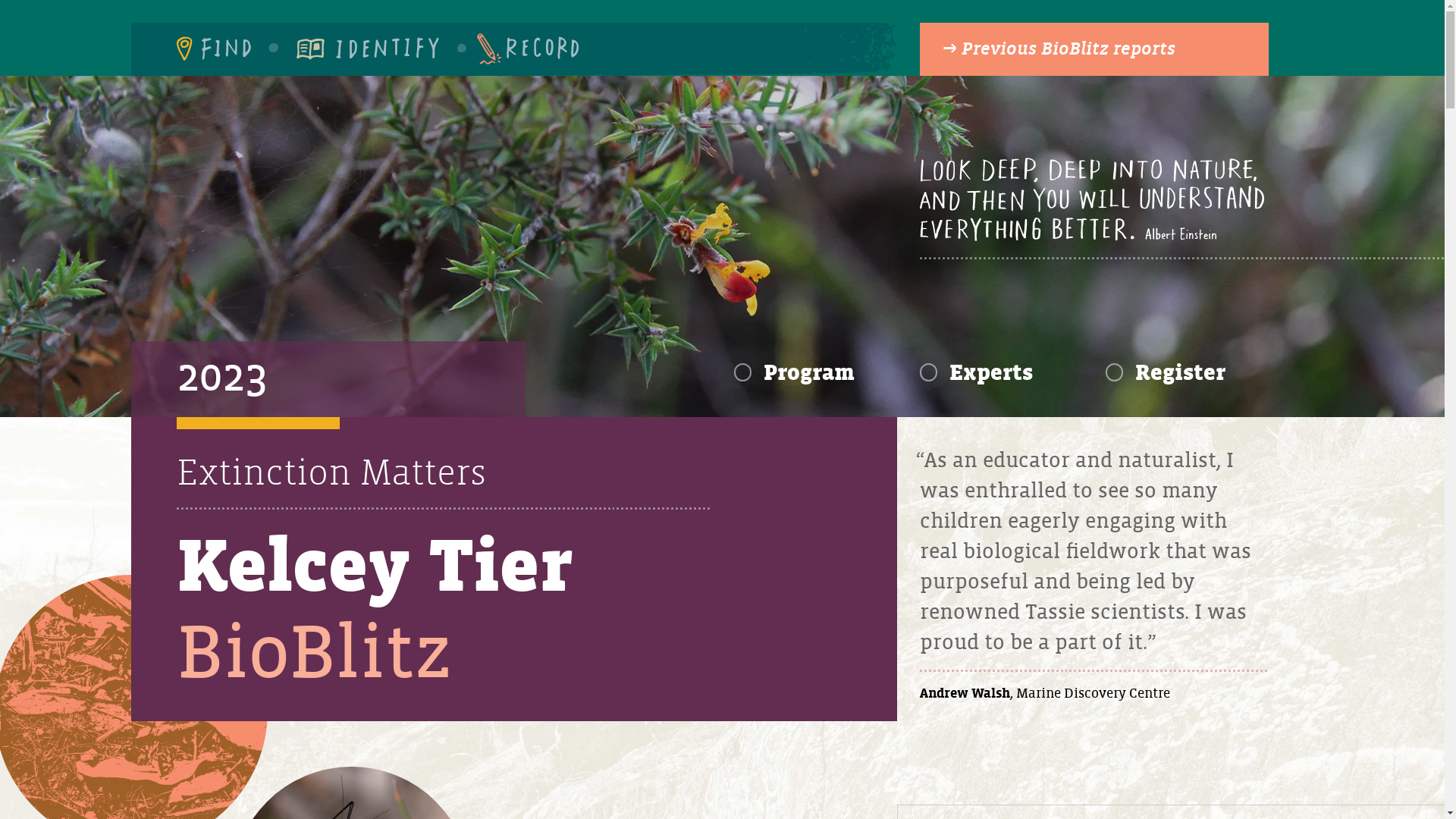 Image resolution: width=1456 pixels, height=819 pixels. What do you see at coordinates (1165, 373) in the screenshot?
I see `'Register'` at bounding box center [1165, 373].